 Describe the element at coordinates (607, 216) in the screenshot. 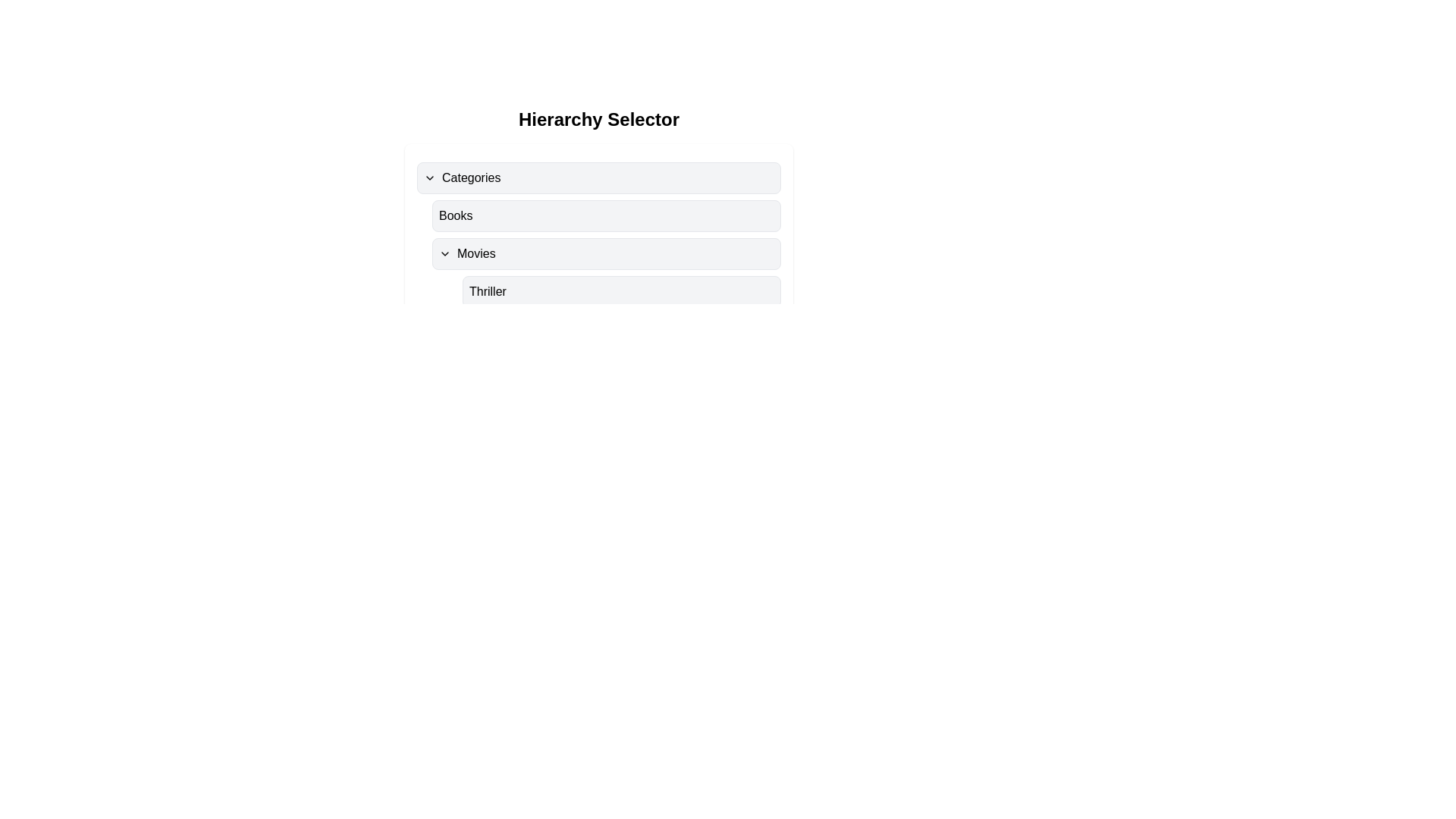

I see `the 'Books' button-like UI component, which is the second item in the vertical hierarchy selector, styled with a light gray background and rounded corners` at that location.